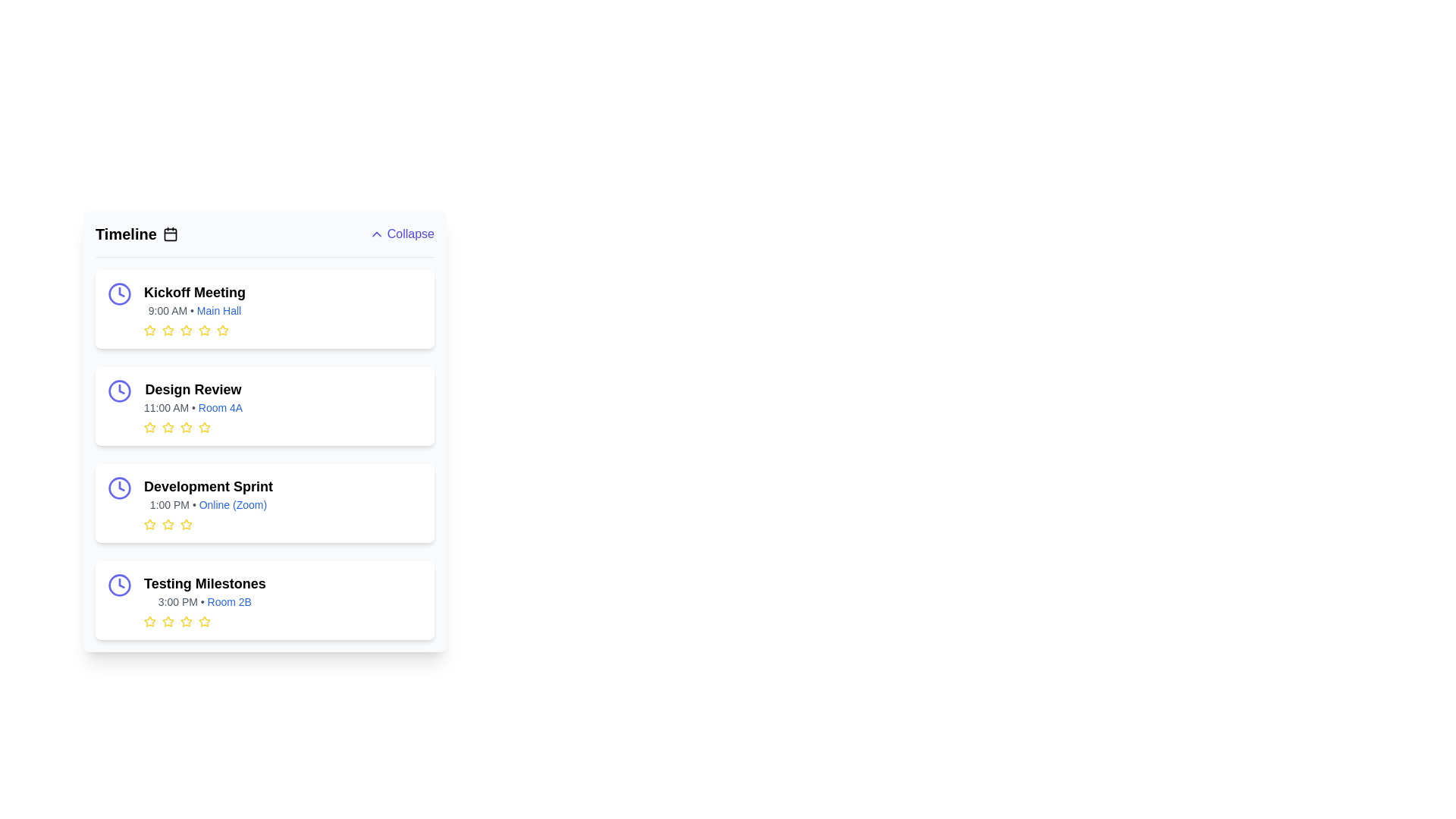 The height and width of the screenshot is (819, 1456). Describe the element at coordinates (119, 294) in the screenshot. I see `the circular outline filled with a gradient color that represents the edge of an analog clock, located within the clock icon of the 'Kickoff Meeting' entry in the timeline list` at that location.